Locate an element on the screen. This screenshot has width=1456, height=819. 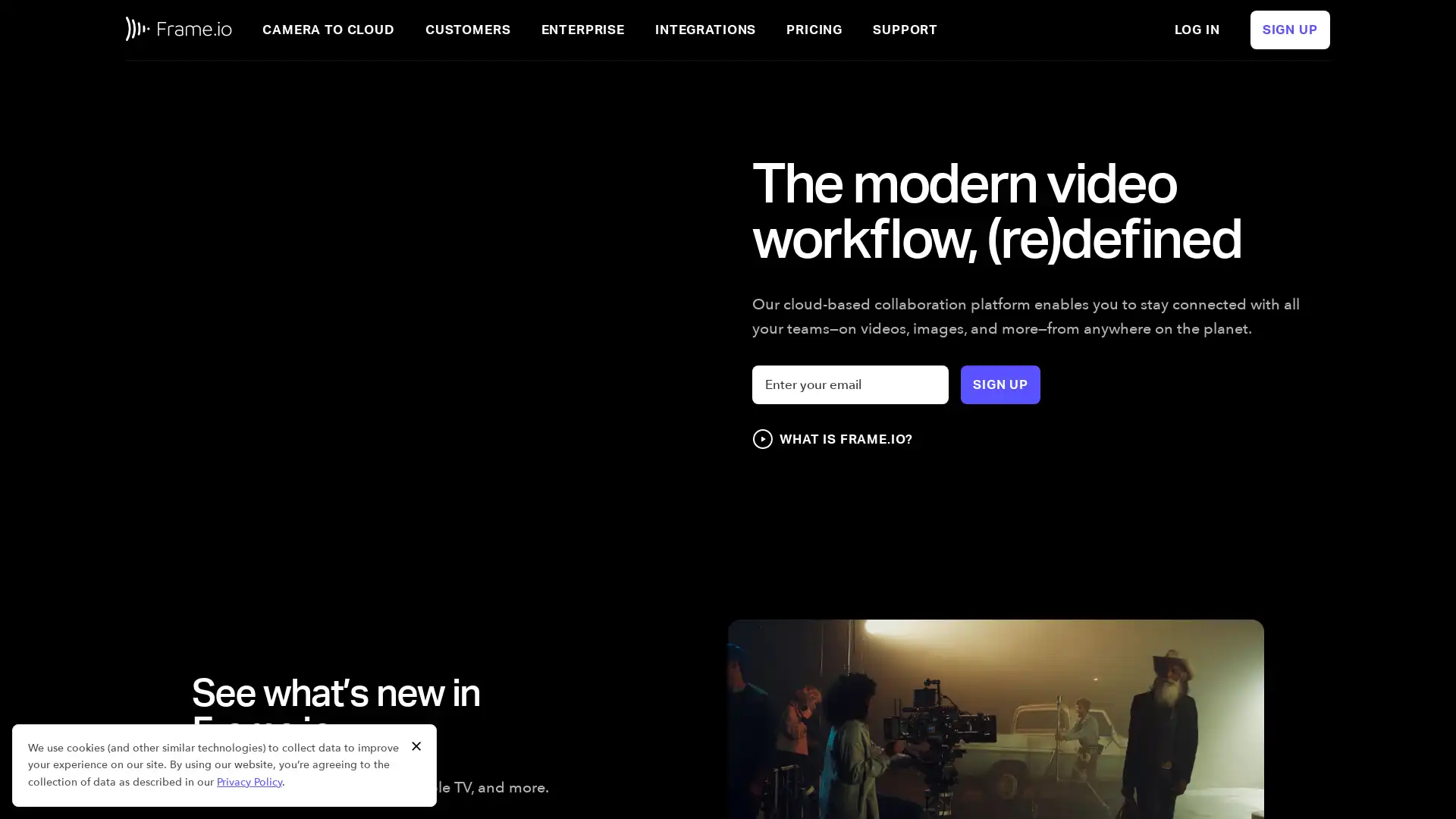
WHAT IS FRAME.IO? is located at coordinates (831, 438).